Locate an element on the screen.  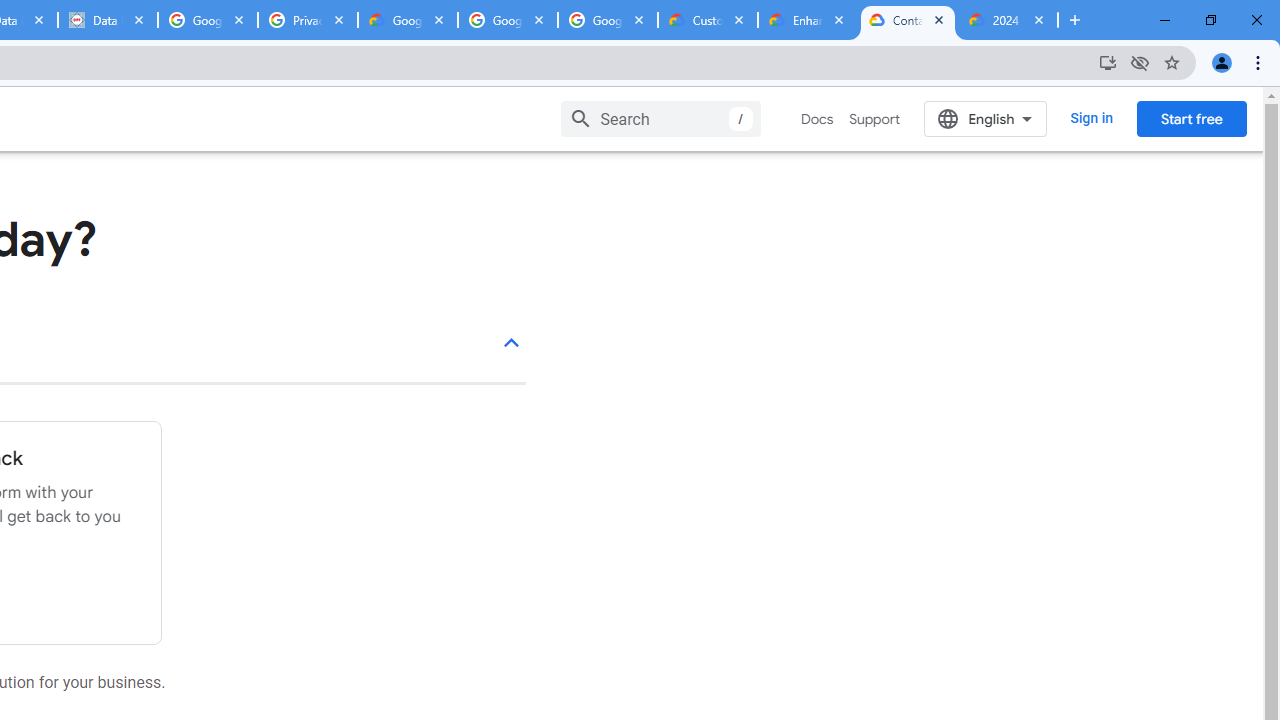
'Minimize' is located at coordinates (1165, 20).